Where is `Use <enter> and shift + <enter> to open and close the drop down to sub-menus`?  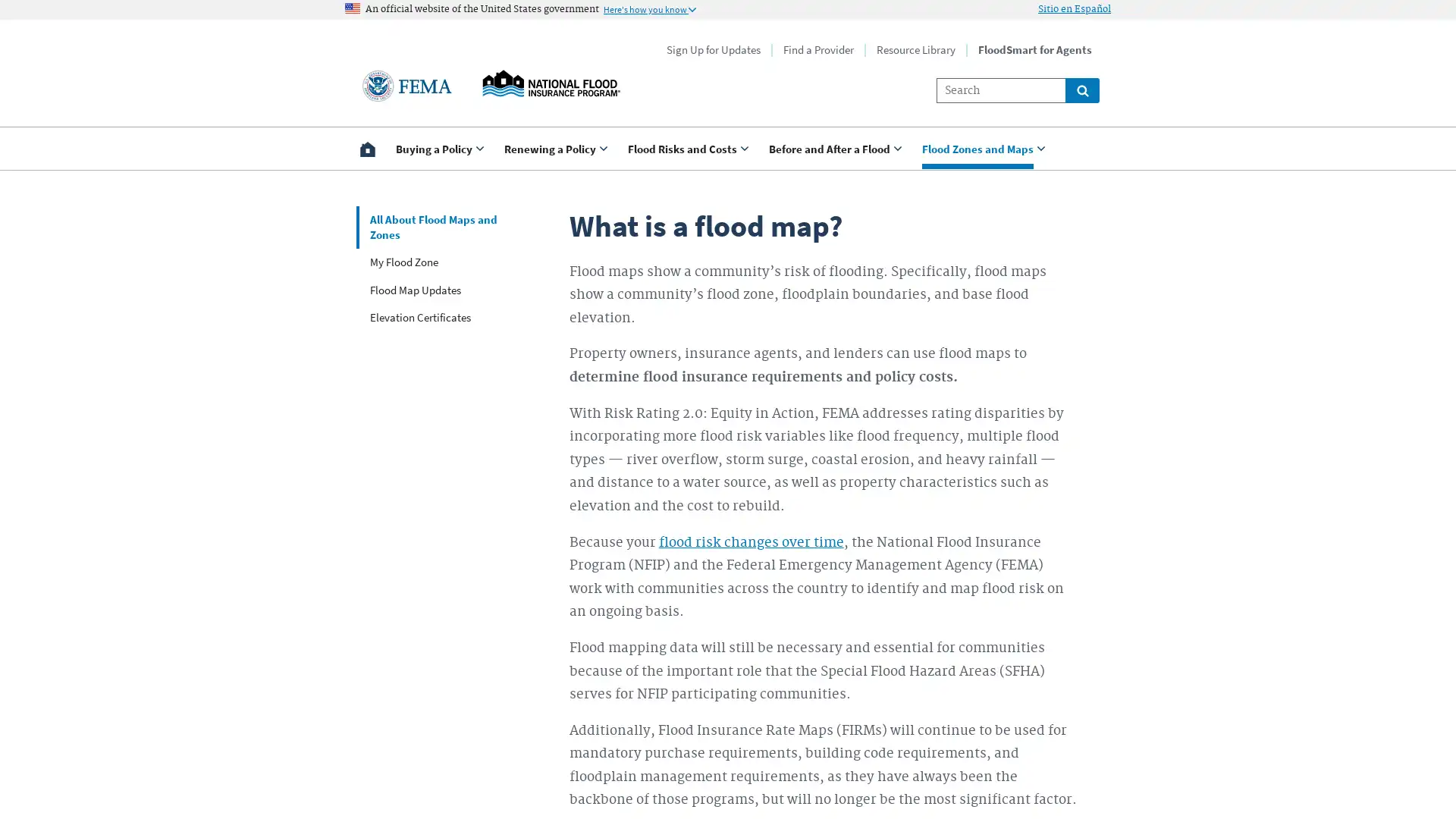
Use <enter> and shift + <enter> to open and close the drop down to sub-menus is located at coordinates (986, 148).